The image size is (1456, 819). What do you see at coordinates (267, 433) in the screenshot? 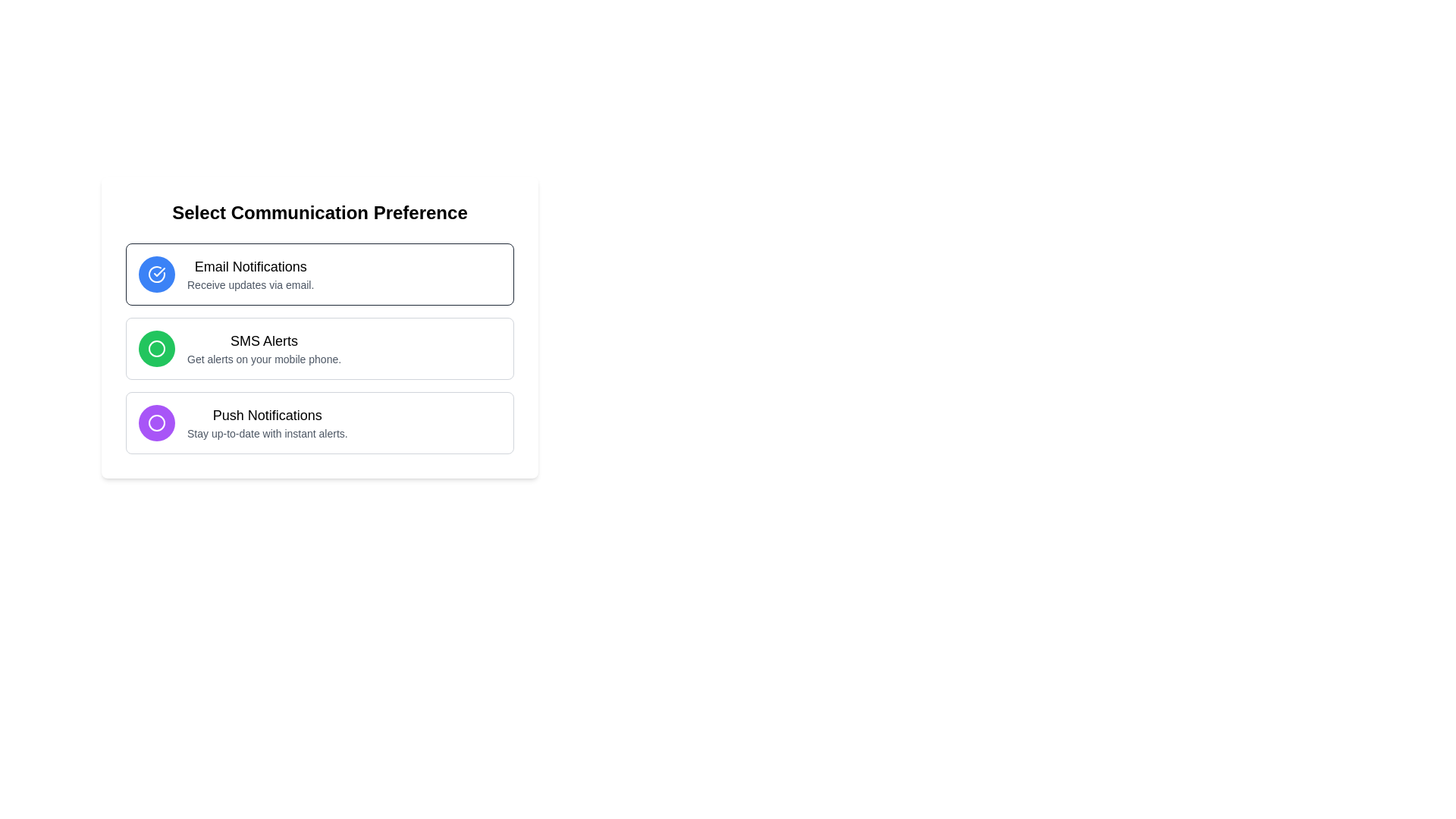
I see `the text label that says 'Stay up-to-date with instant alerts.' which is positioned below the 'Push Notifications' header` at bounding box center [267, 433].